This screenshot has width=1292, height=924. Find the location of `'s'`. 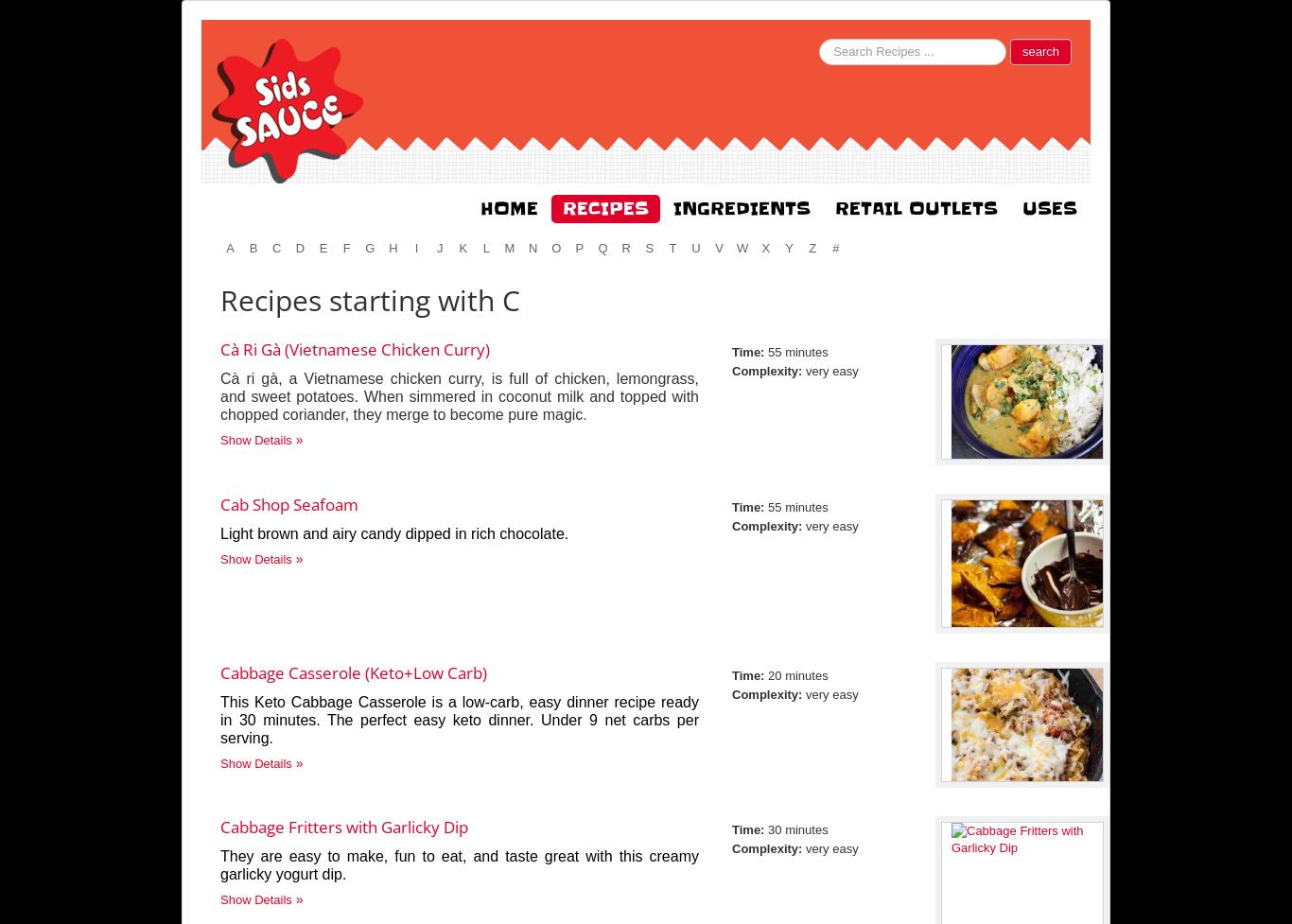

's' is located at coordinates (649, 247).